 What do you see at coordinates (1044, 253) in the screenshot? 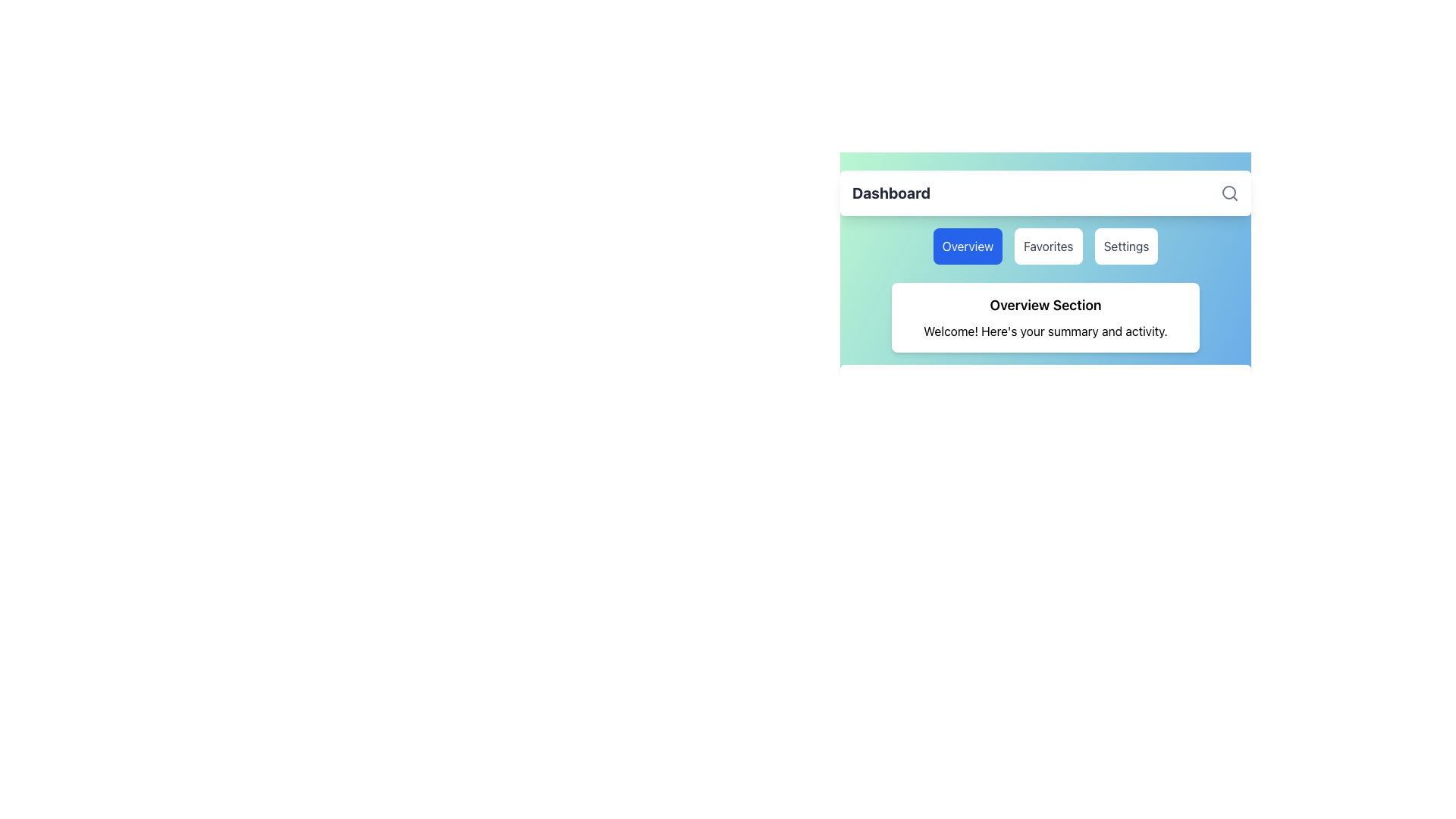
I see `the 'Favorites' button, which is a rounded rectangular button with gray text and a white background, located between the 'Overview' and 'Settings' buttons in the Dashboard section` at bounding box center [1044, 253].